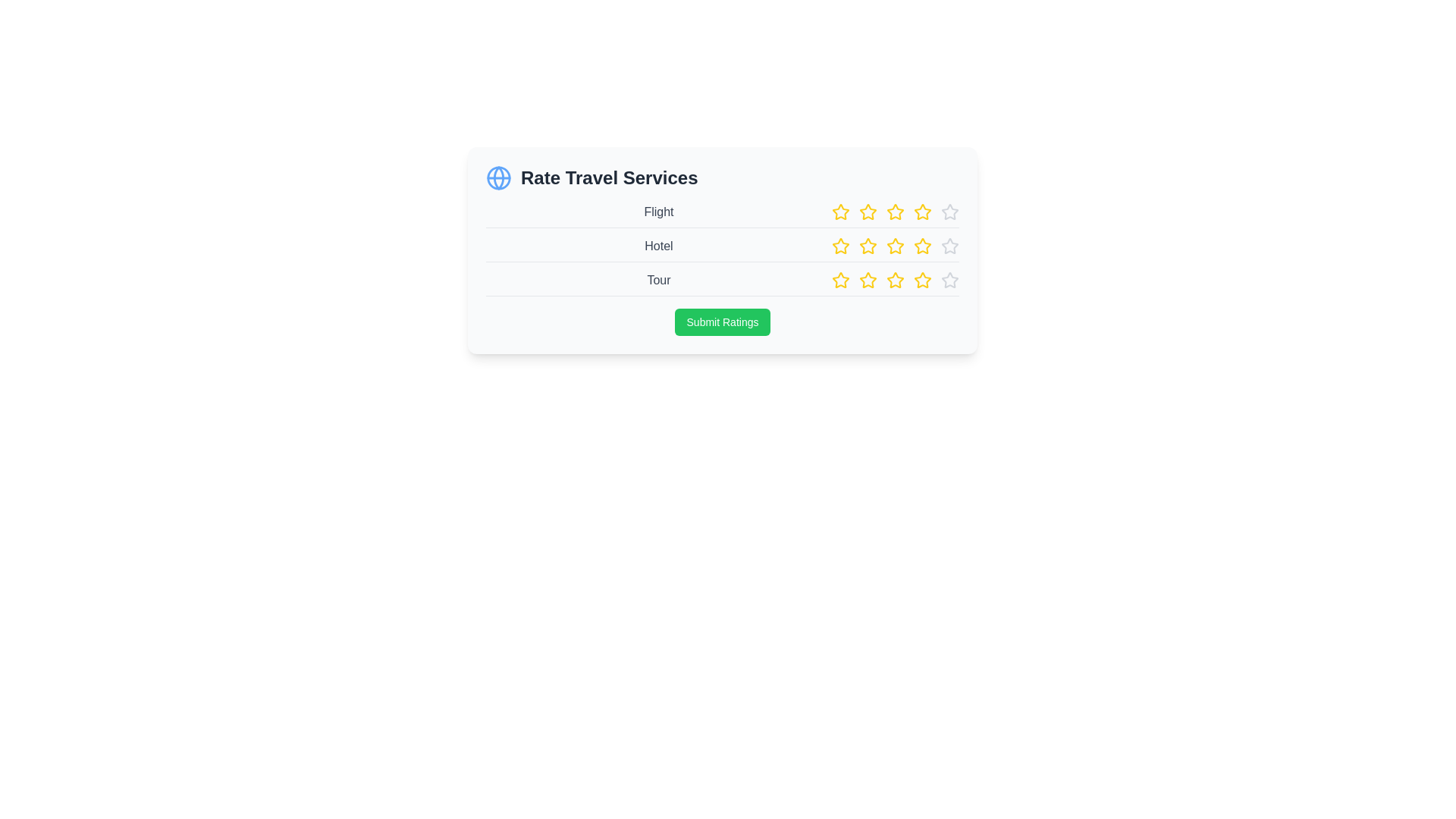  I want to click on the third star icon with a yellow border and white fill in the 'Hotel' rating section, so click(868, 245).